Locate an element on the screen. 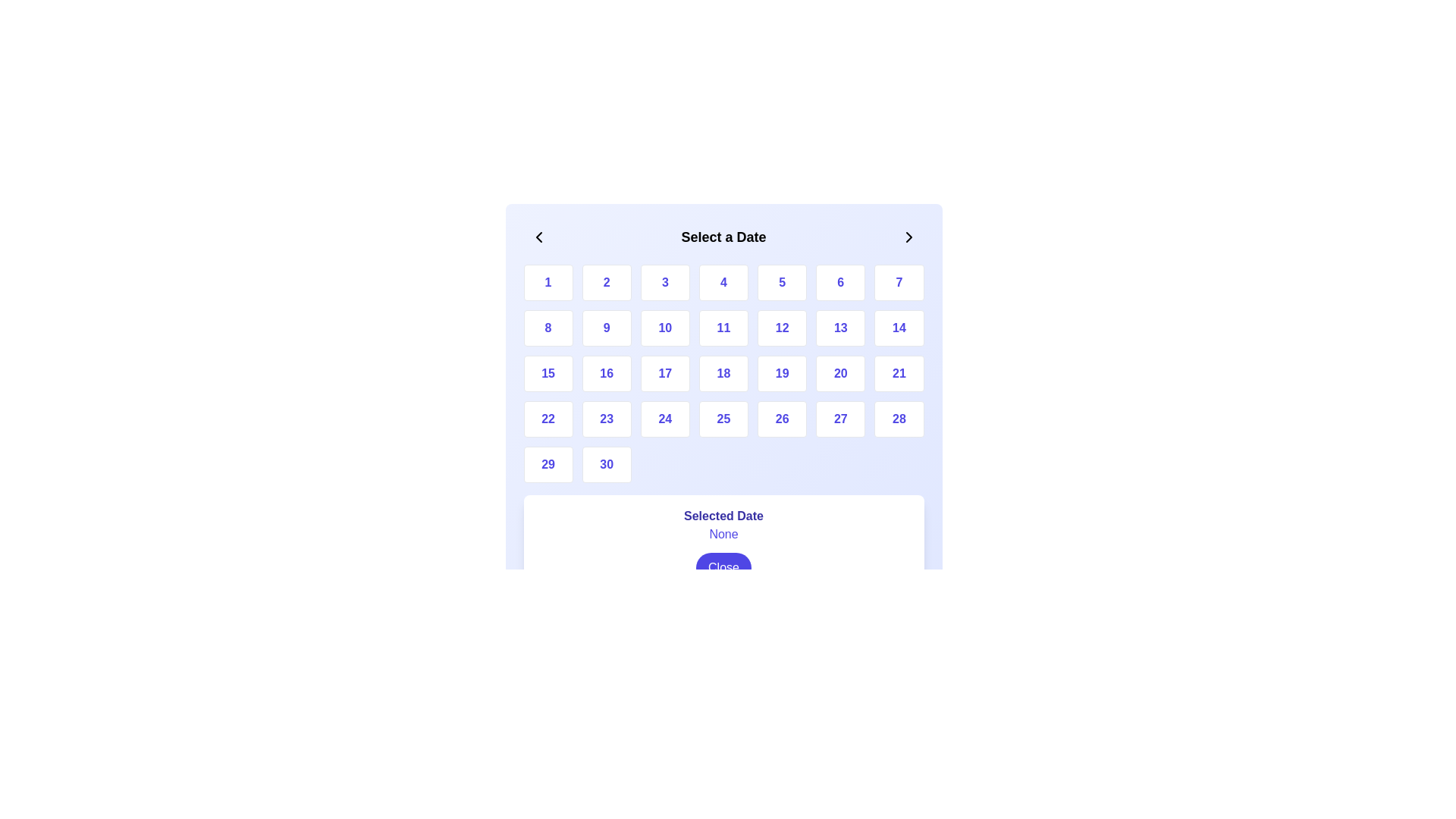 Image resolution: width=1456 pixels, height=819 pixels. any number in the grid of clickable buttons is located at coordinates (723, 374).